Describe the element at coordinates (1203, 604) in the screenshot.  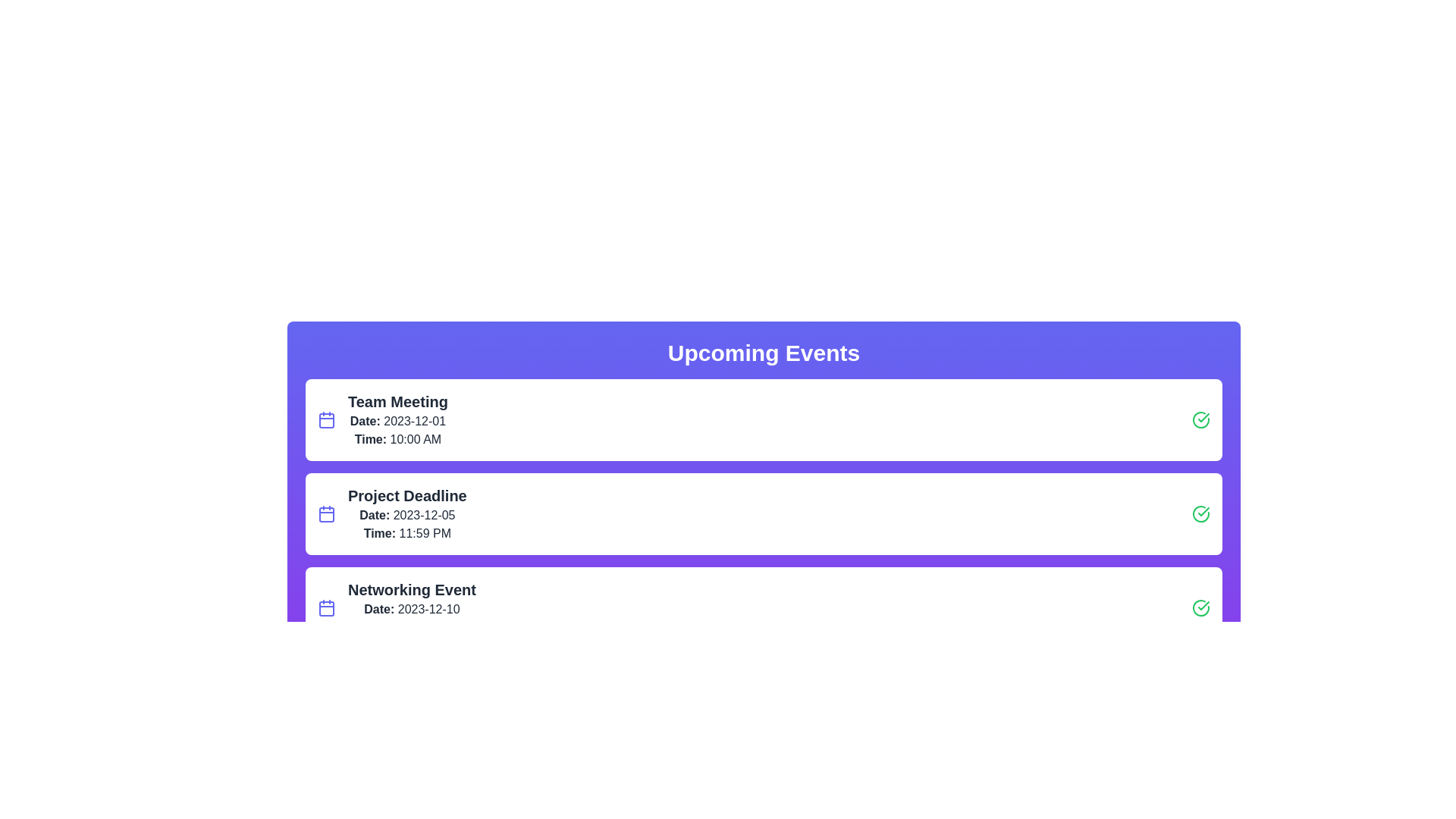
I see `the green checkmark icon indicating completion in the 'Networking Event' entry, located in the bottom-most visible event entry of the card` at that location.